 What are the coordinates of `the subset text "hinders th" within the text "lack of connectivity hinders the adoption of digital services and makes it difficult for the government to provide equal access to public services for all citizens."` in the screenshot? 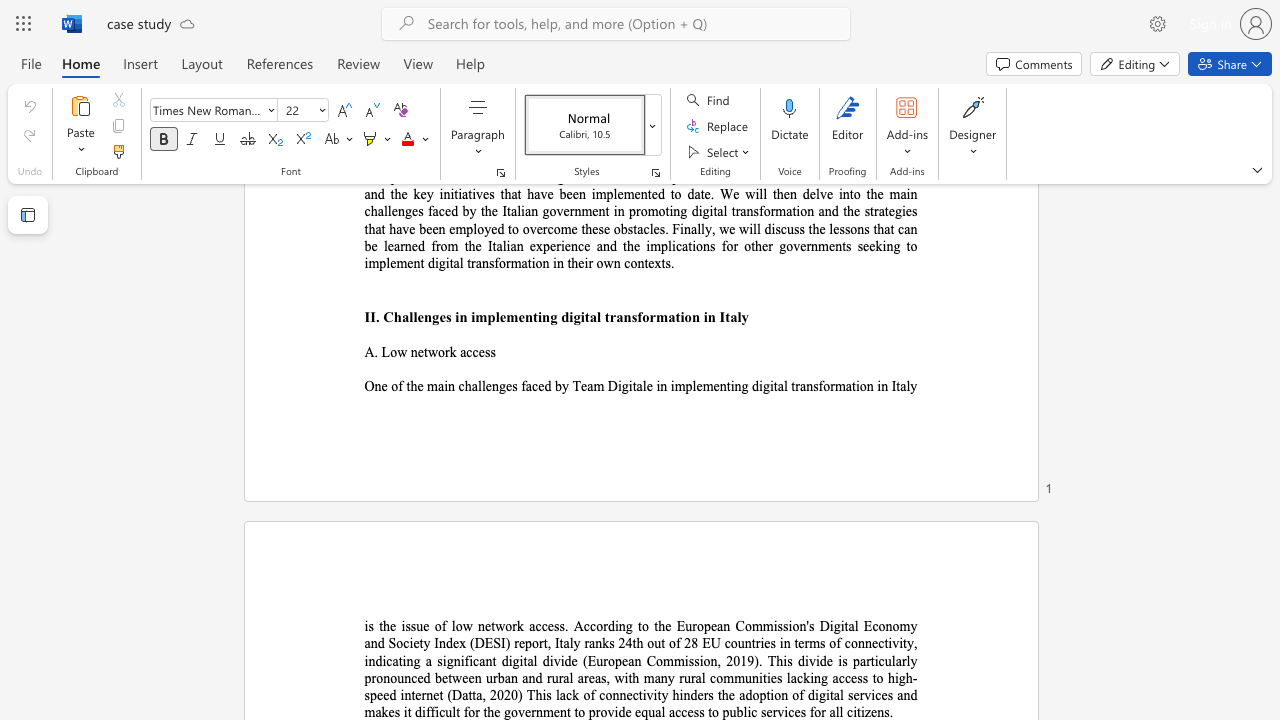 It's located at (672, 694).